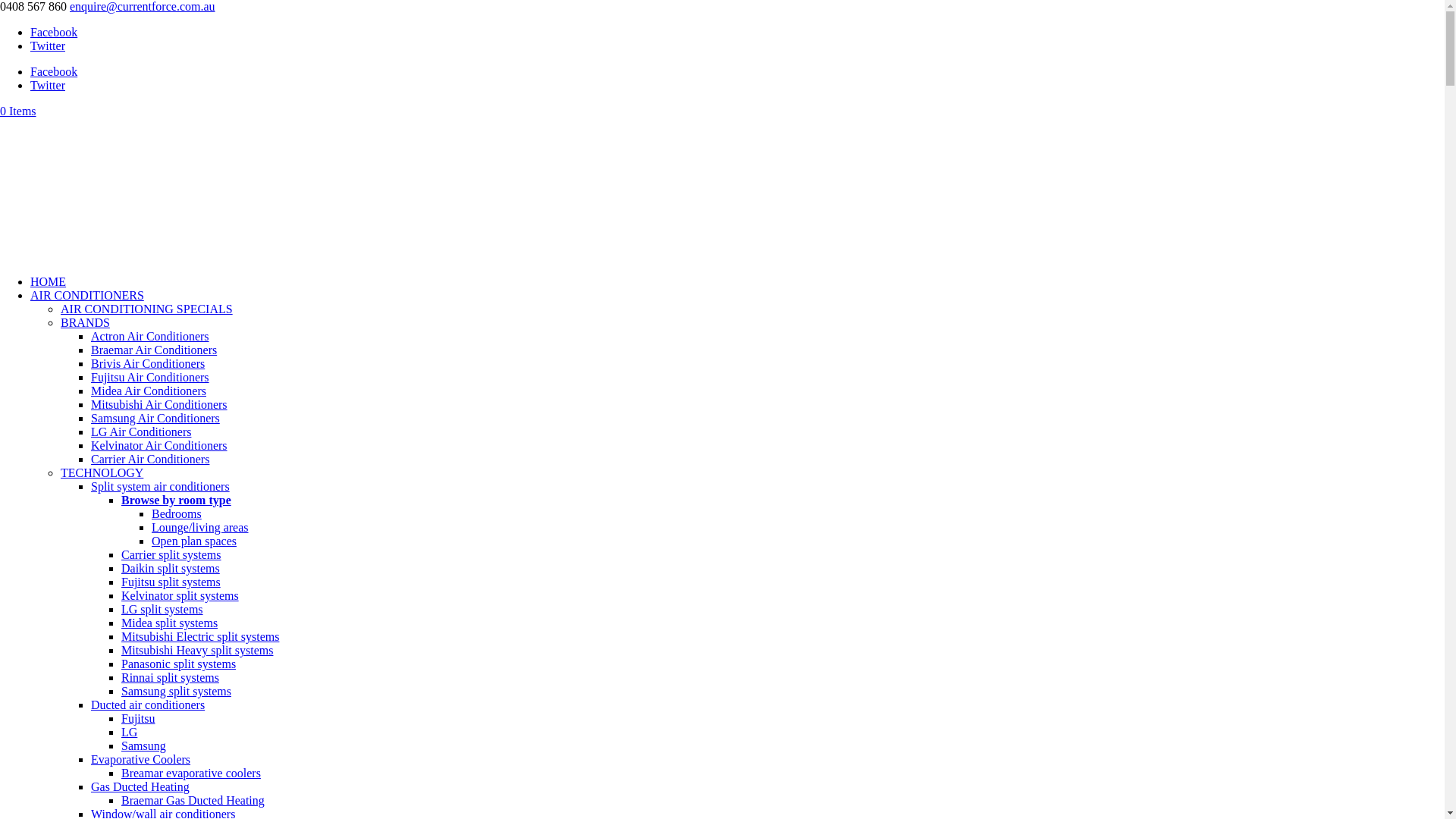 This screenshot has height=819, width=1456. I want to click on 'Breamar evaporative coolers', so click(190, 773).